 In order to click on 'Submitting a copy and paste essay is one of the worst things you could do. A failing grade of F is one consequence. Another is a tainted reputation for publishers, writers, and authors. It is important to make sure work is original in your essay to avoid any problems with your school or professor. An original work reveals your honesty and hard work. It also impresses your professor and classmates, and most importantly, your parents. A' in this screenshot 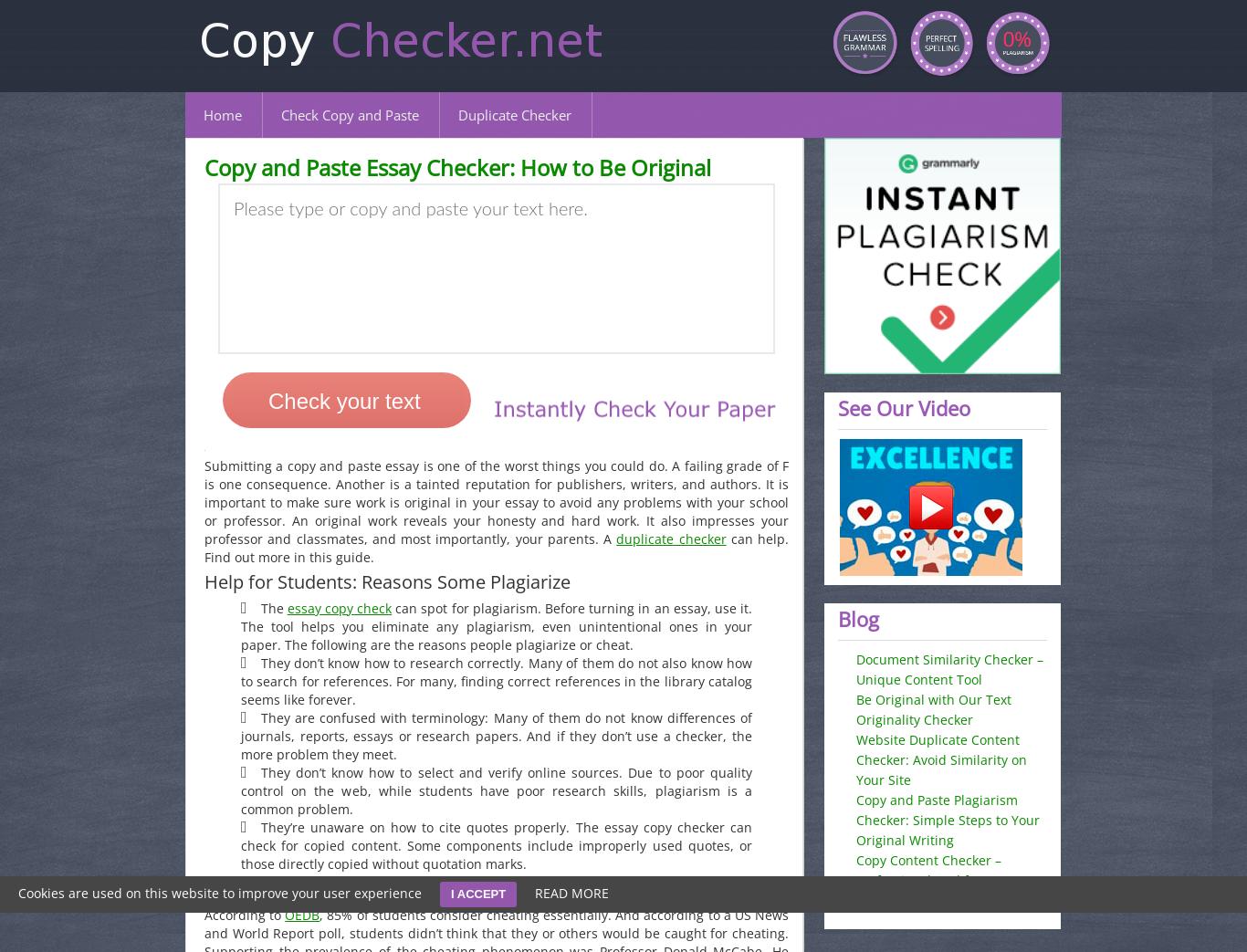, I will do `click(496, 502)`.